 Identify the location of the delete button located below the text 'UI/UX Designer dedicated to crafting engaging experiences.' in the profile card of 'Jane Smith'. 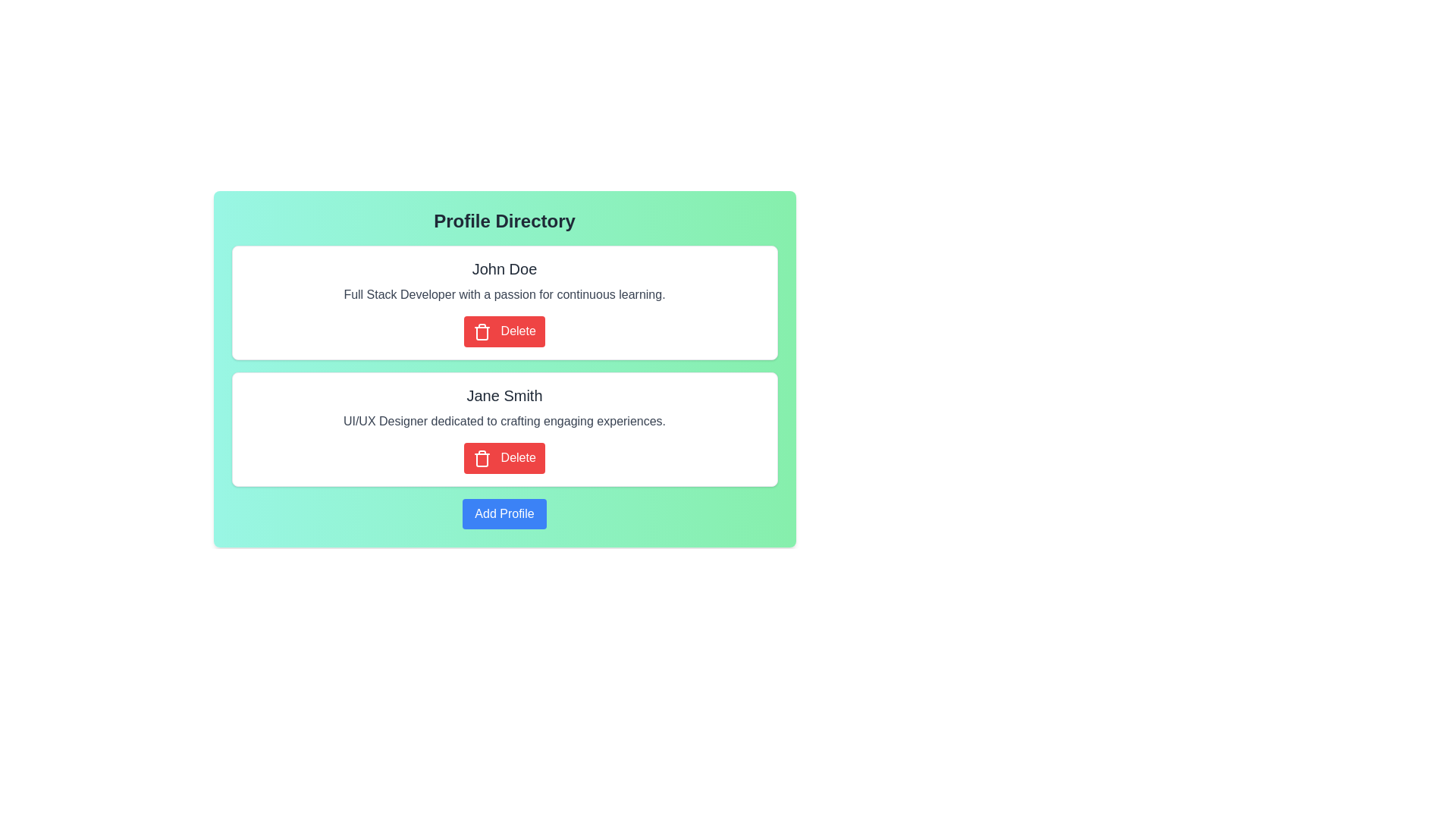
(504, 457).